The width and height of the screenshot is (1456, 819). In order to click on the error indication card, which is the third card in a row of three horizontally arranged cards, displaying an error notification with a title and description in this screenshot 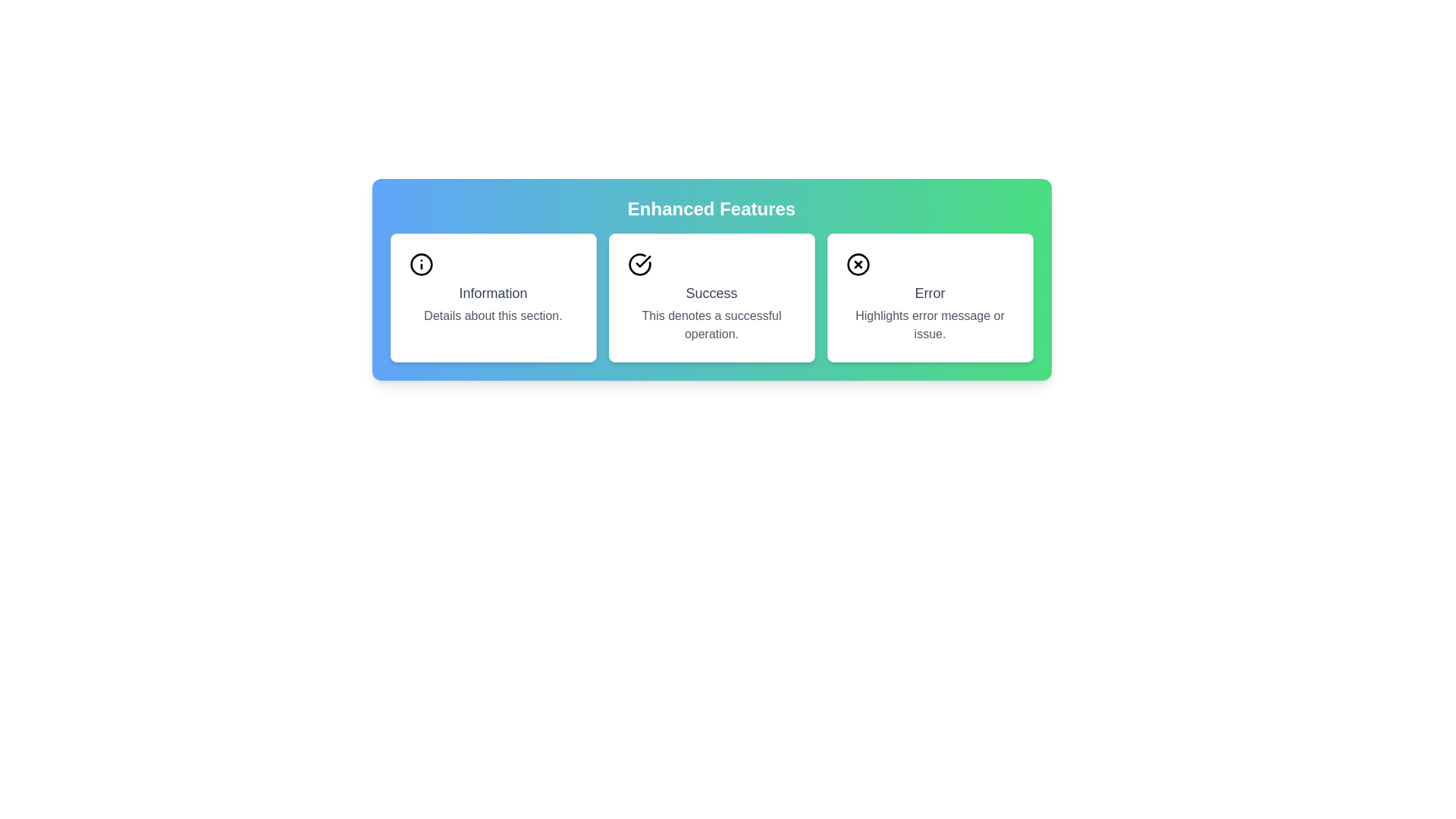, I will do `click(929, 298)`.